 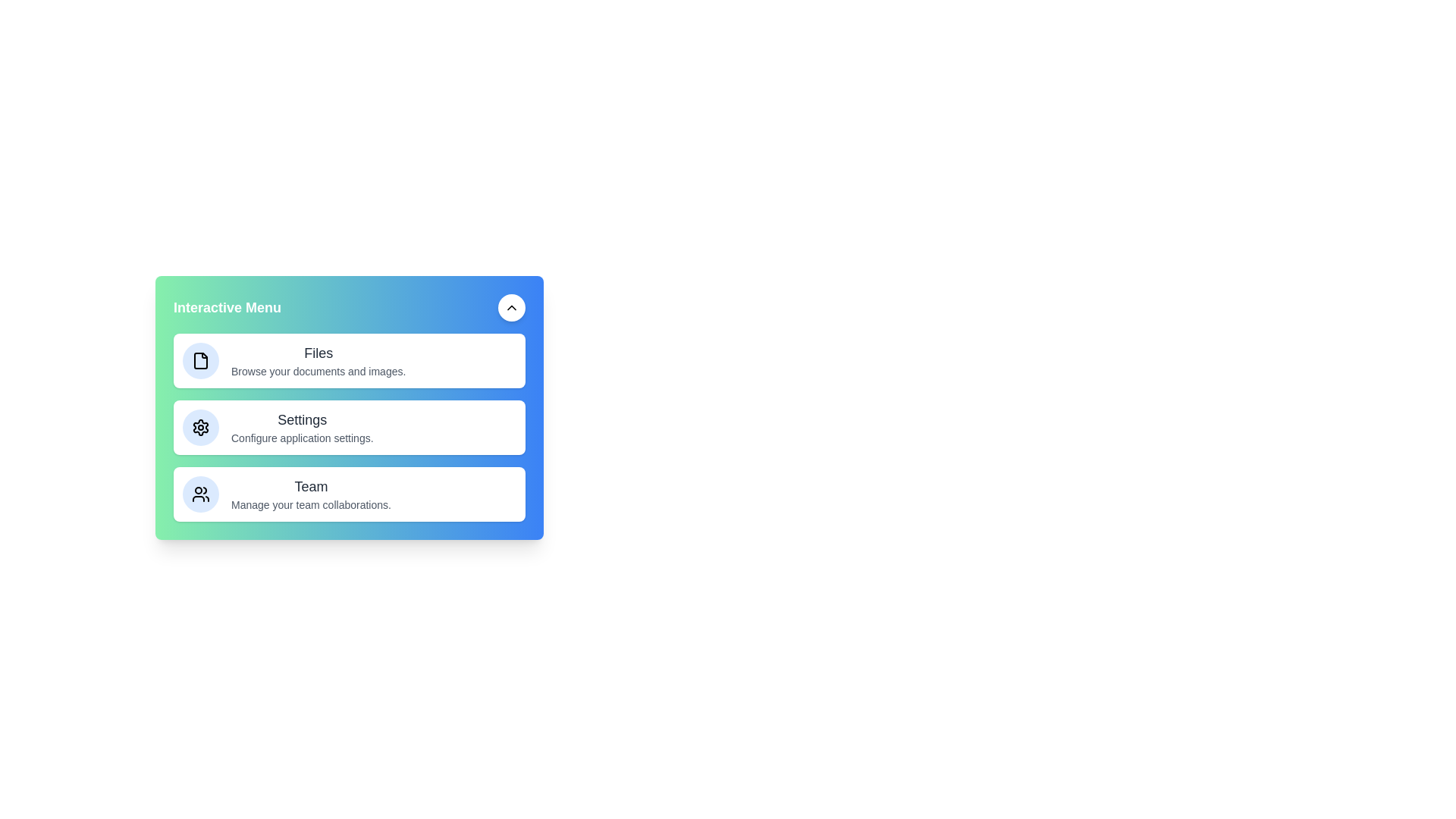 What do you see at coordinates (348, 427) in the screenshot?
I see `the 'Settings' option in the menu` at bounding box center [348, 427].